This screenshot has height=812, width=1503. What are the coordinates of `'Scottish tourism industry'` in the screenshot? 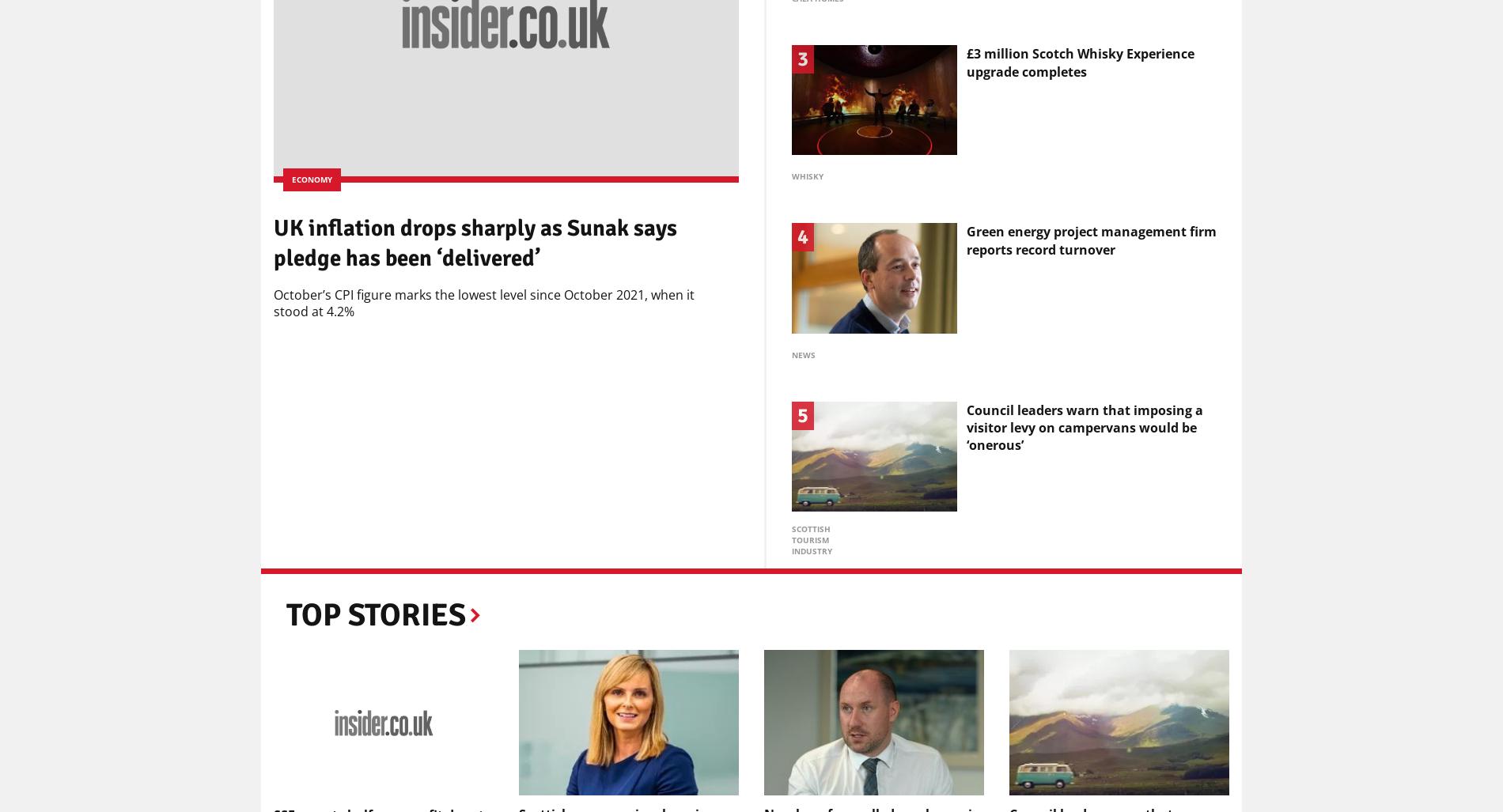 It's located at (812, 538).